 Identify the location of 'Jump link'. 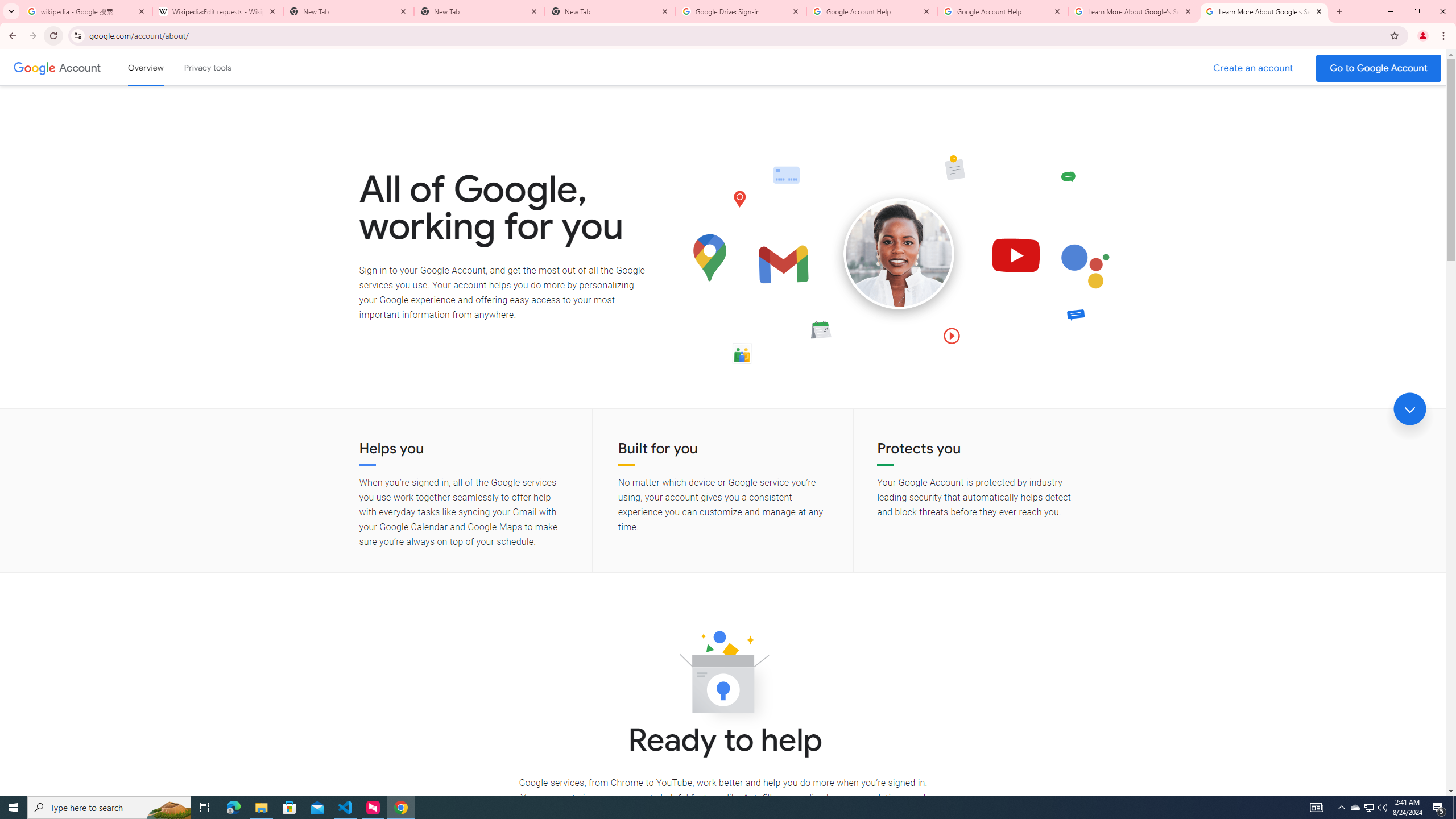
(1409, 409).